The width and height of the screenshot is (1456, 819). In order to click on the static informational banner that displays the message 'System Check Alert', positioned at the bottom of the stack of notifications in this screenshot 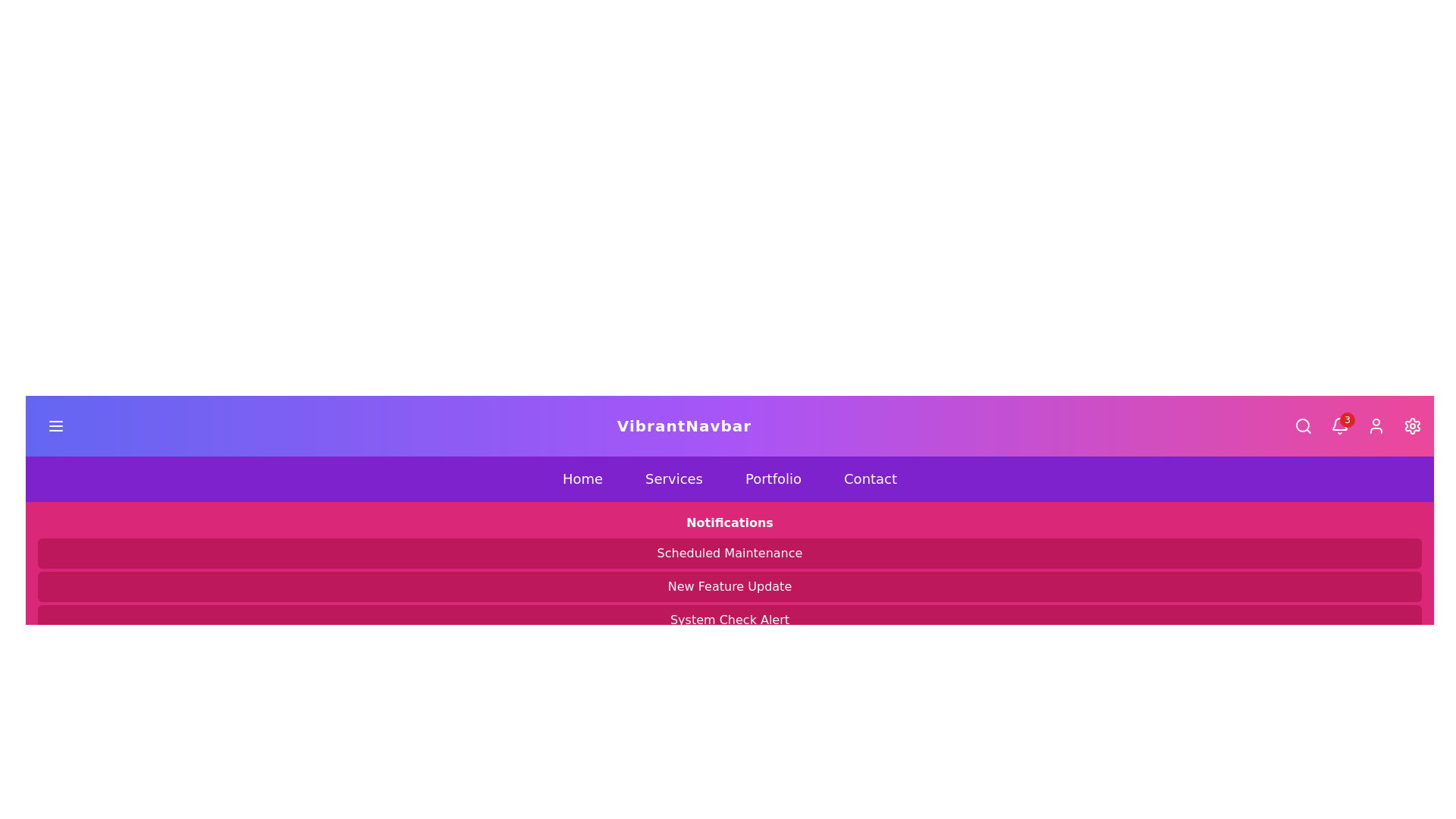, I will do `click(730, 620)`.